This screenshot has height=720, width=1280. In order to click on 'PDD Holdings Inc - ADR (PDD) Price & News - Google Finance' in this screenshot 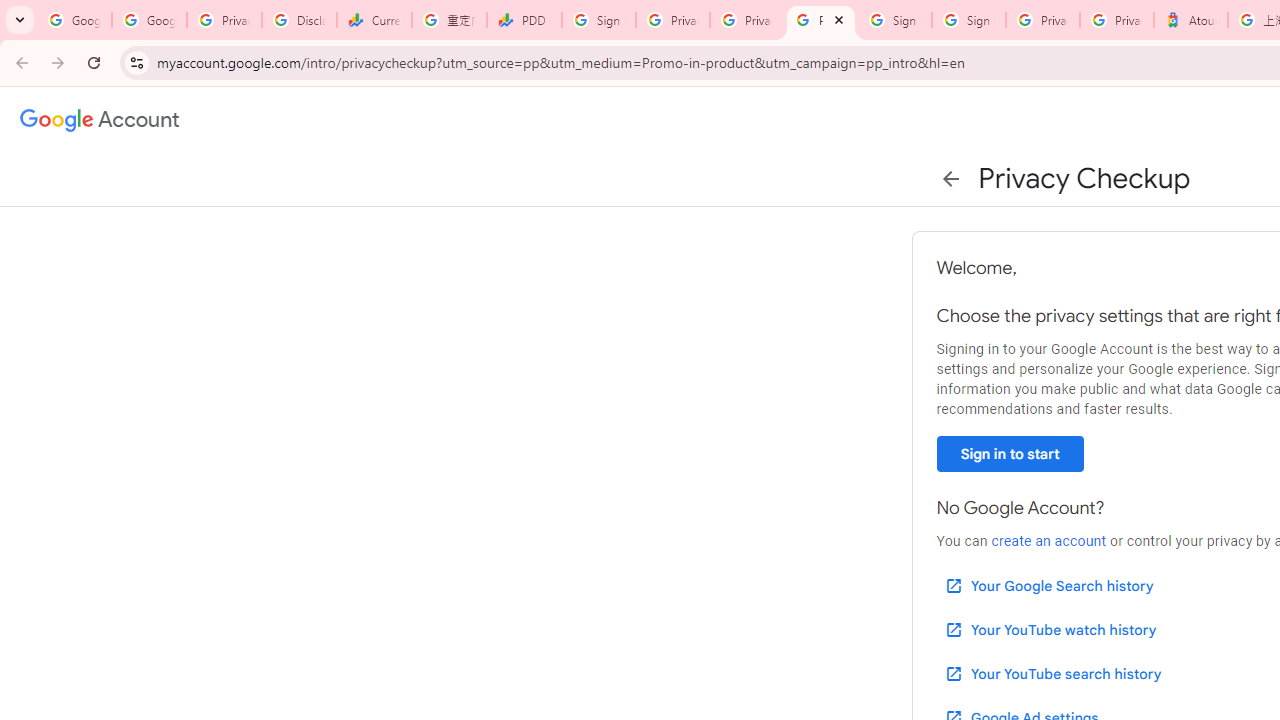, I will do `click(524, 20)`.